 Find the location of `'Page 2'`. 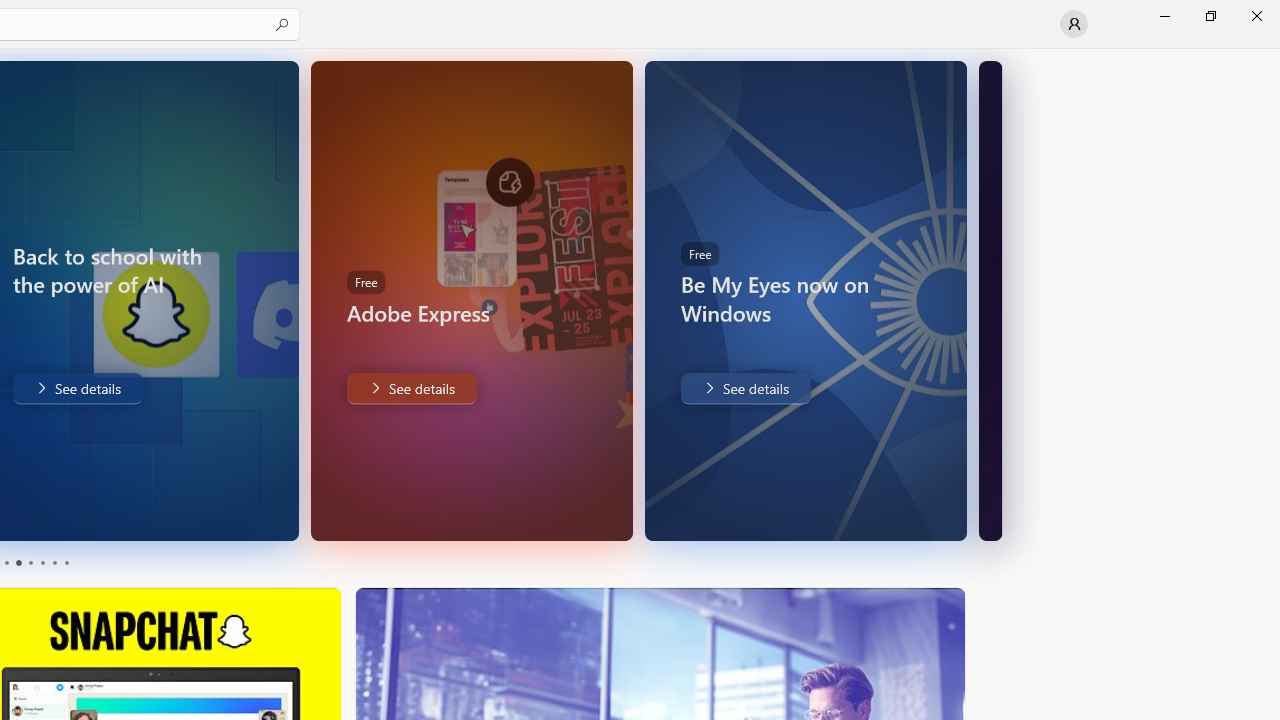

'Page 2' is located at coordinates (17, 563).